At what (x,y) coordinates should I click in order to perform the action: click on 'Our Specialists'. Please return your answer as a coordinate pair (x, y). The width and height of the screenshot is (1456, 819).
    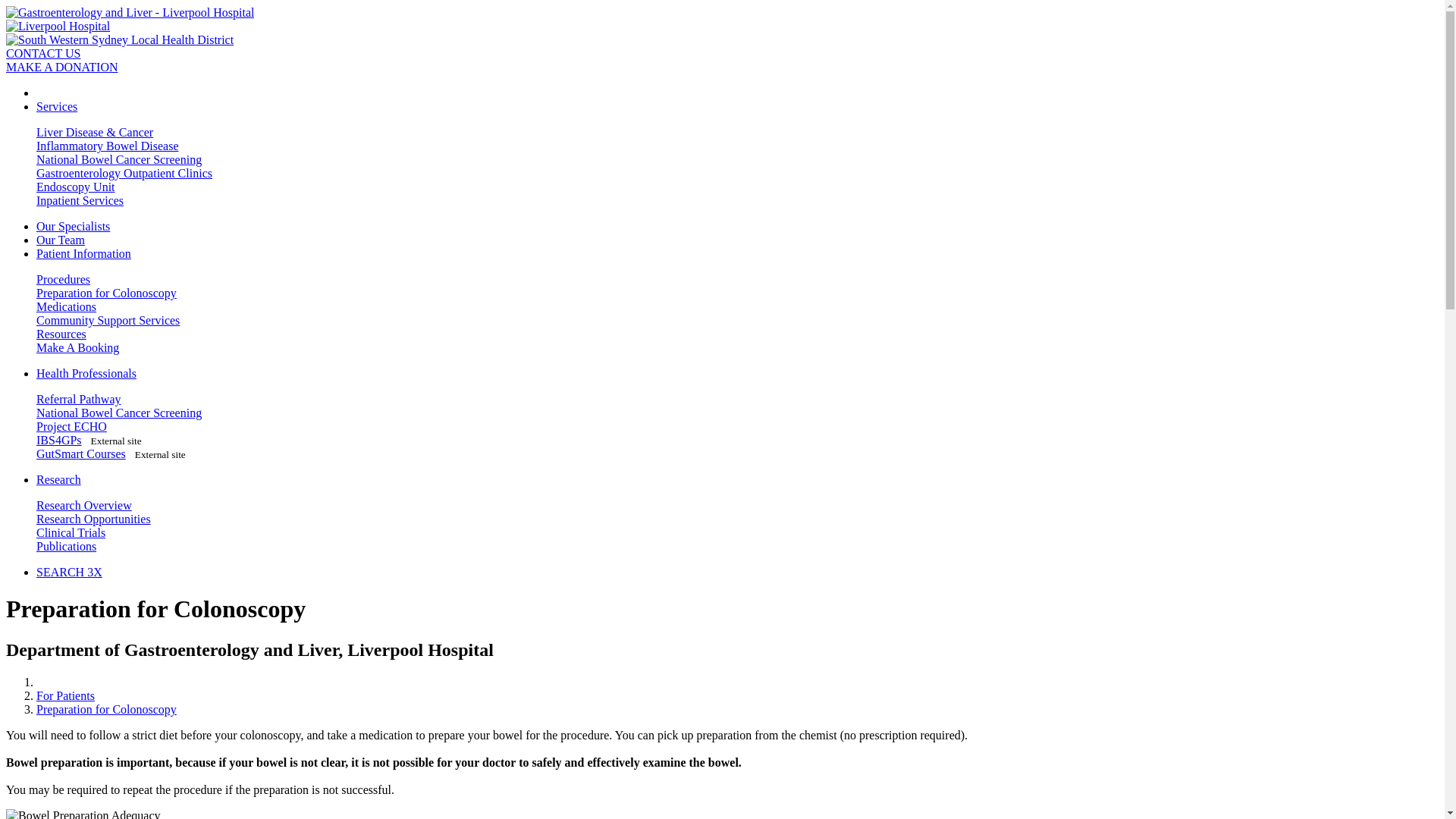
    Looking at the image, I should click on (72, 226).